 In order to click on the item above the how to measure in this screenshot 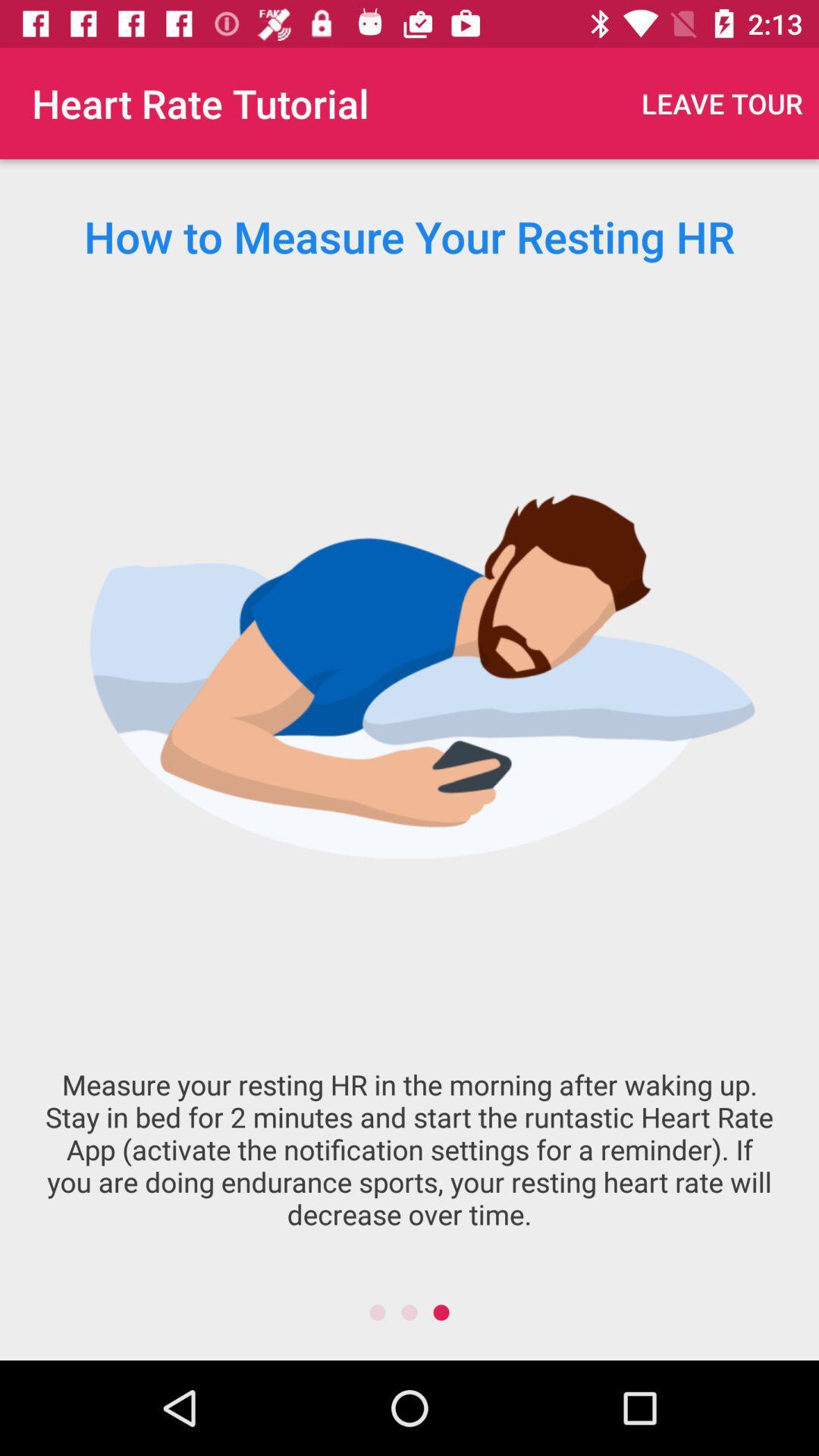, I will do `click(721, 102)`.